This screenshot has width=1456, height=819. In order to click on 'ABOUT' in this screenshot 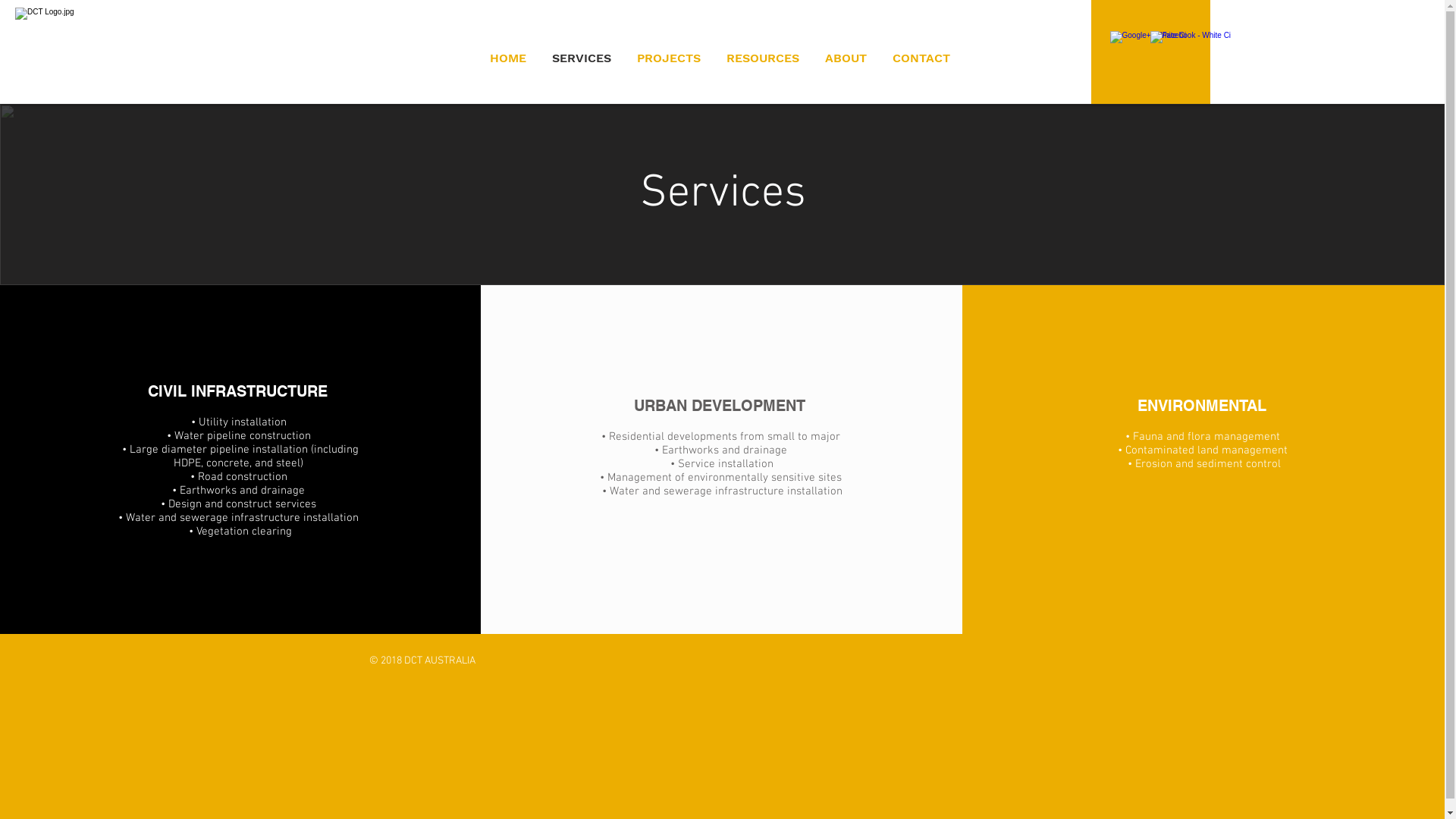, I will do `click(845, 57)`.